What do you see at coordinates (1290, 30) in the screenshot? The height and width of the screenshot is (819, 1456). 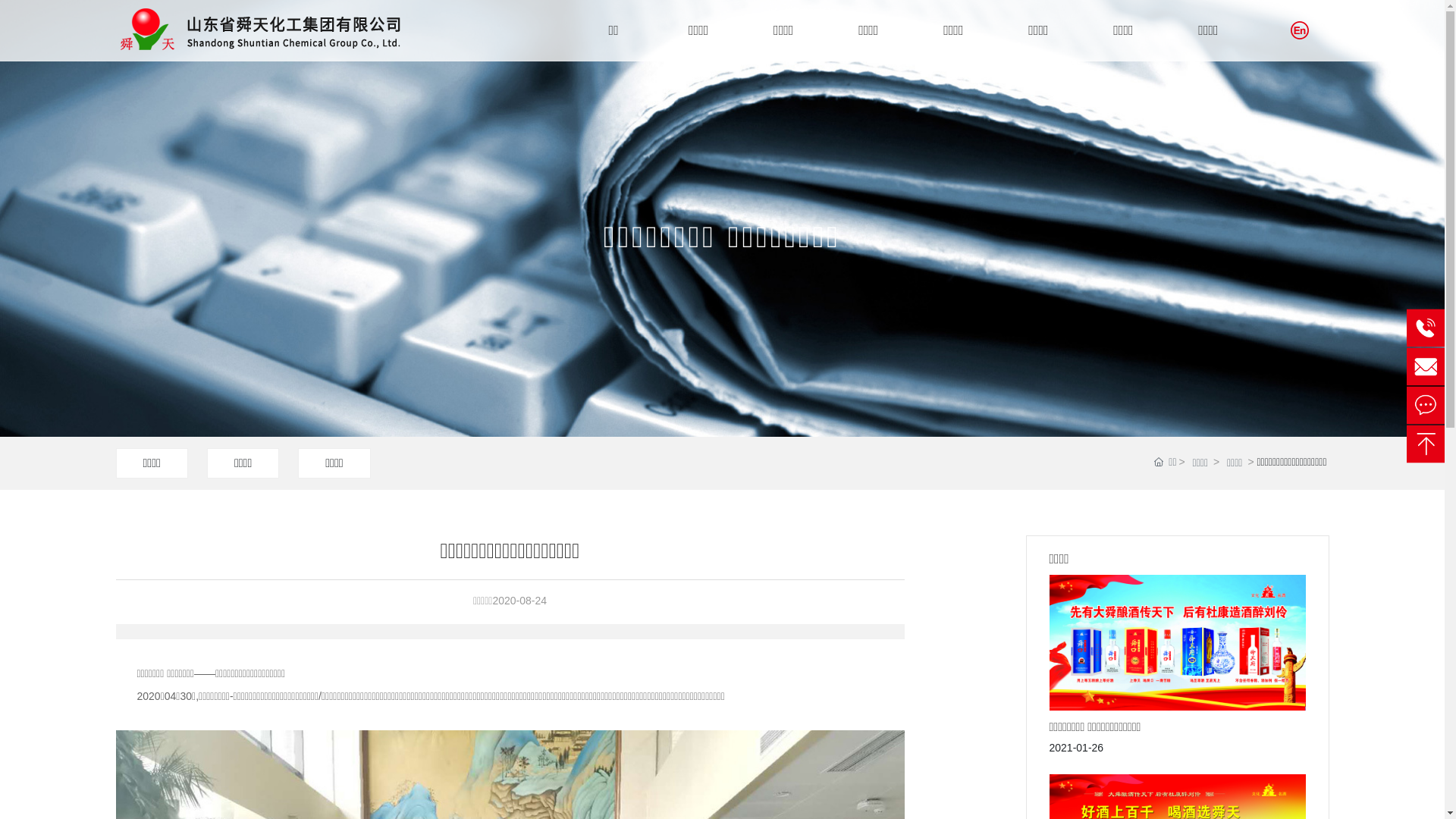 I see `'English'` at bounding box center [1290, 30].